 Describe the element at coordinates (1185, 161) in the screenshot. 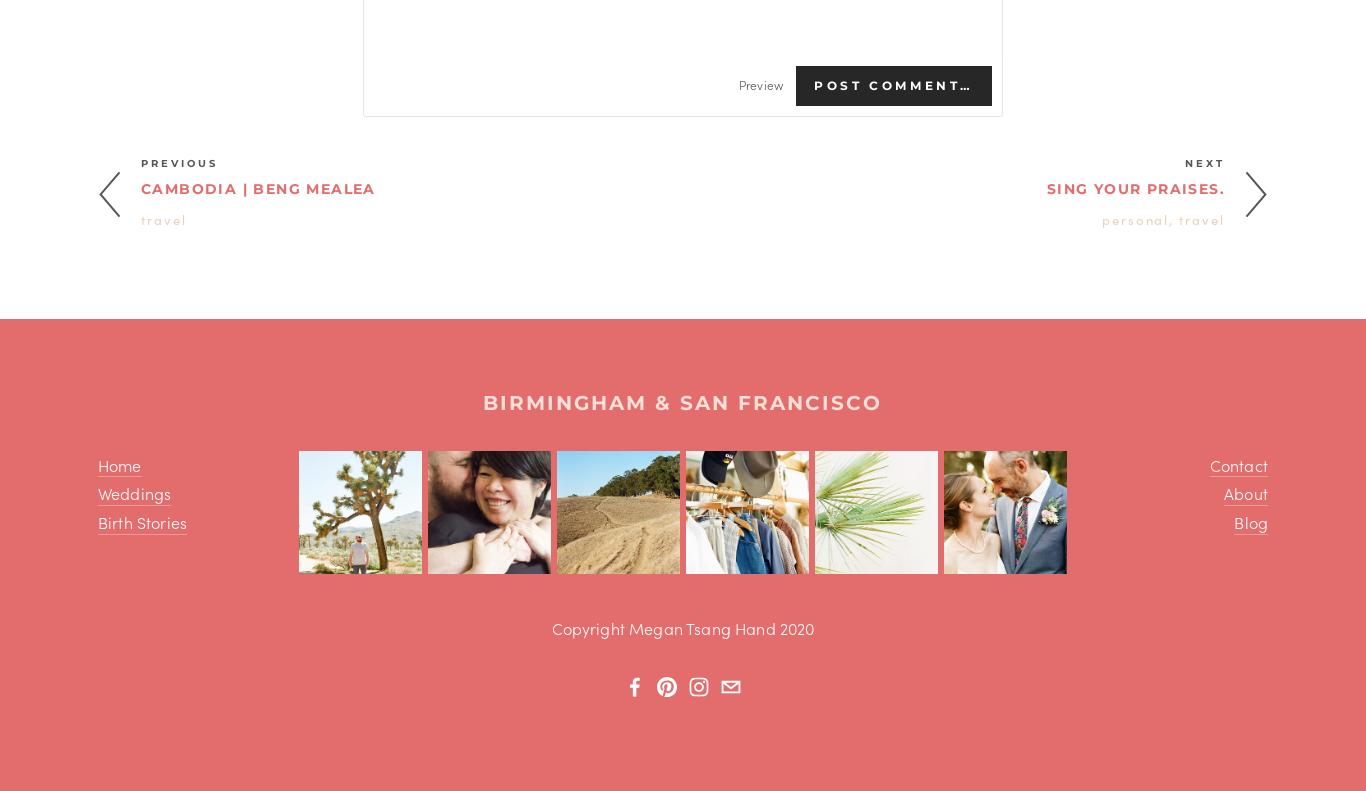

I see `'Next'` at that location.